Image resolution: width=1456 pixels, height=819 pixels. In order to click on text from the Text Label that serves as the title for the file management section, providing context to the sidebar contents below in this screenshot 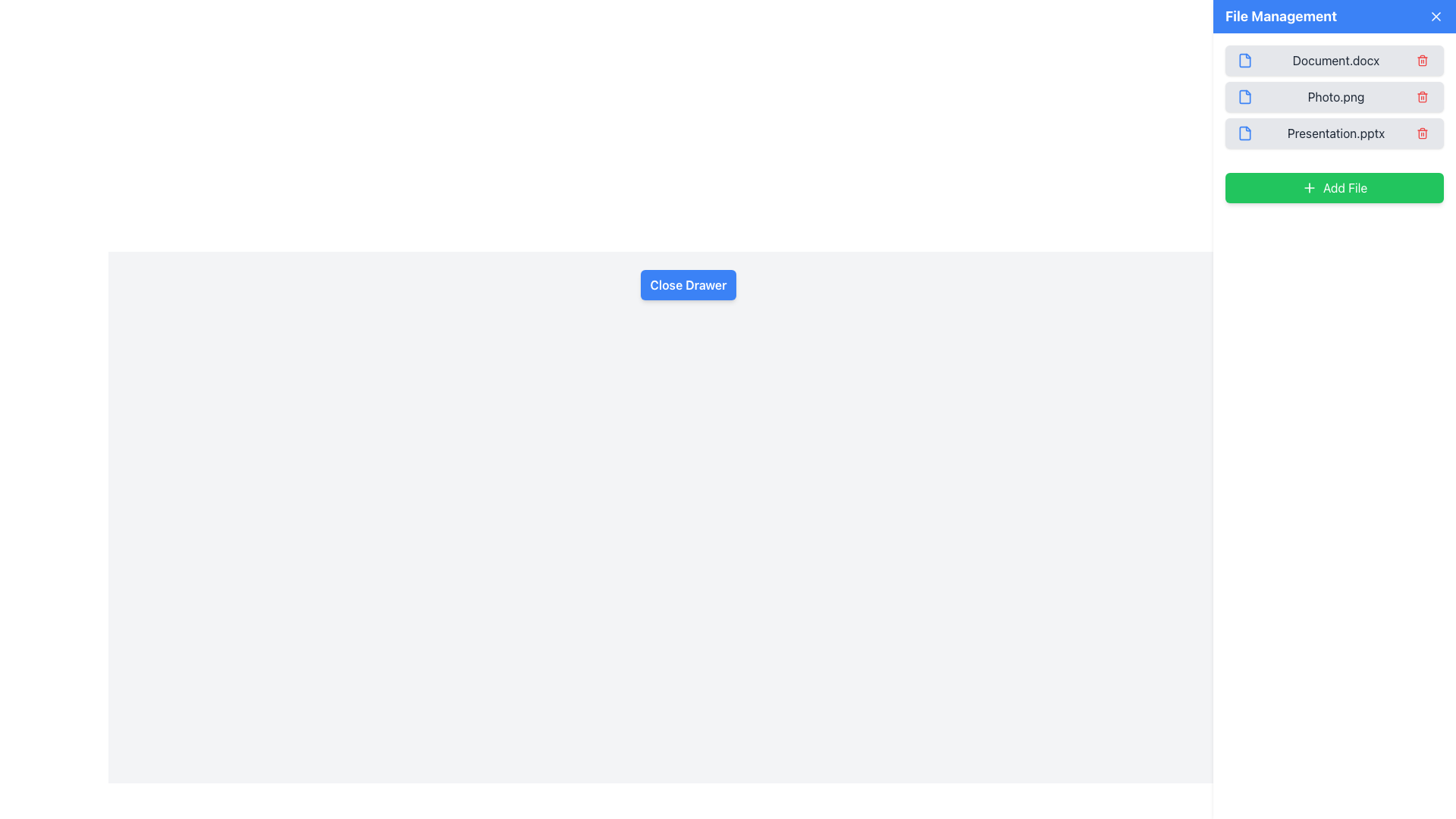, I will do `click(1280, 17)`.